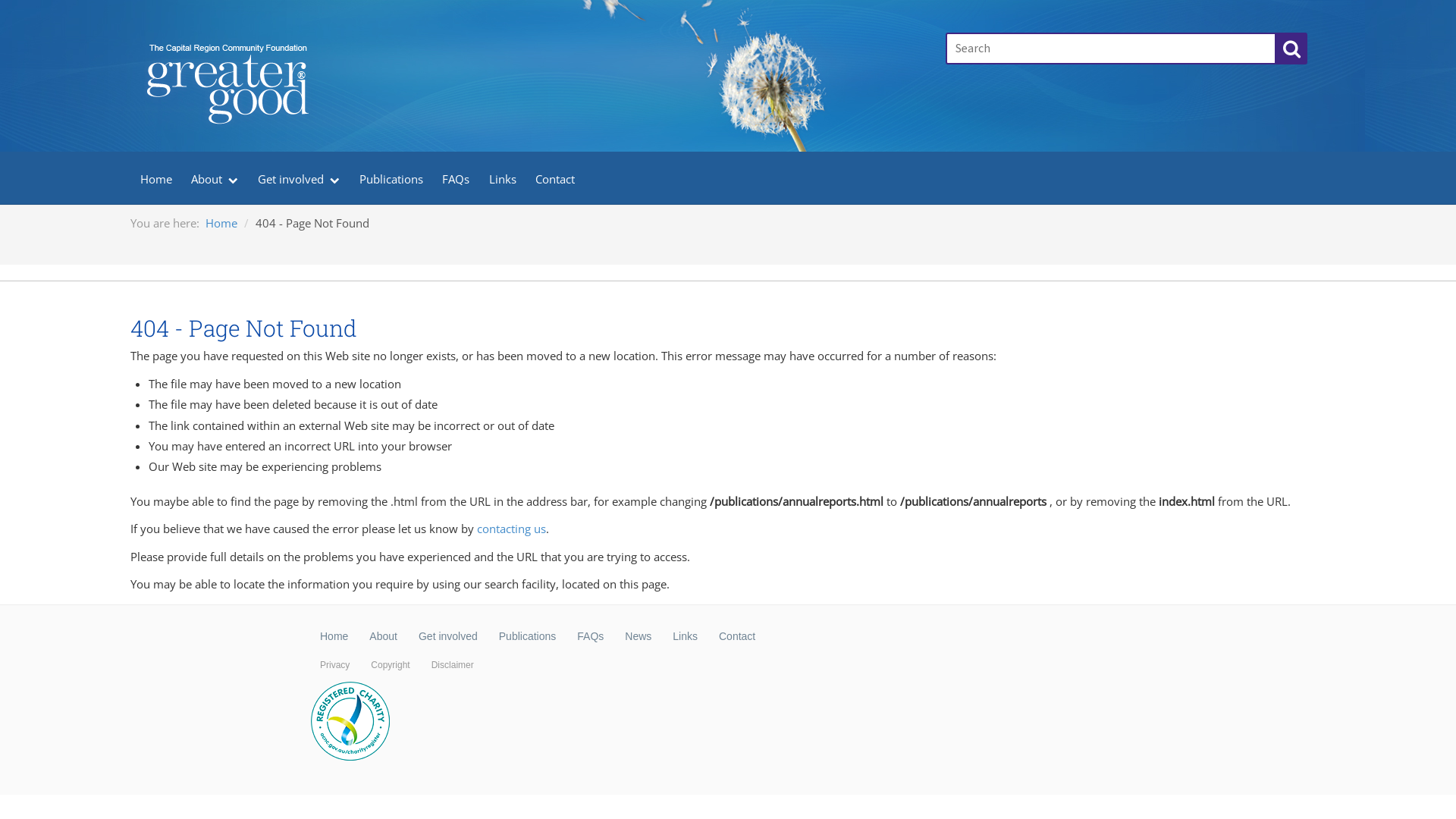 This screenshot has width=1456, height=819. Describe the element at coordinates (555, 177) in the screenshot. I see `'Contact'` at that location.